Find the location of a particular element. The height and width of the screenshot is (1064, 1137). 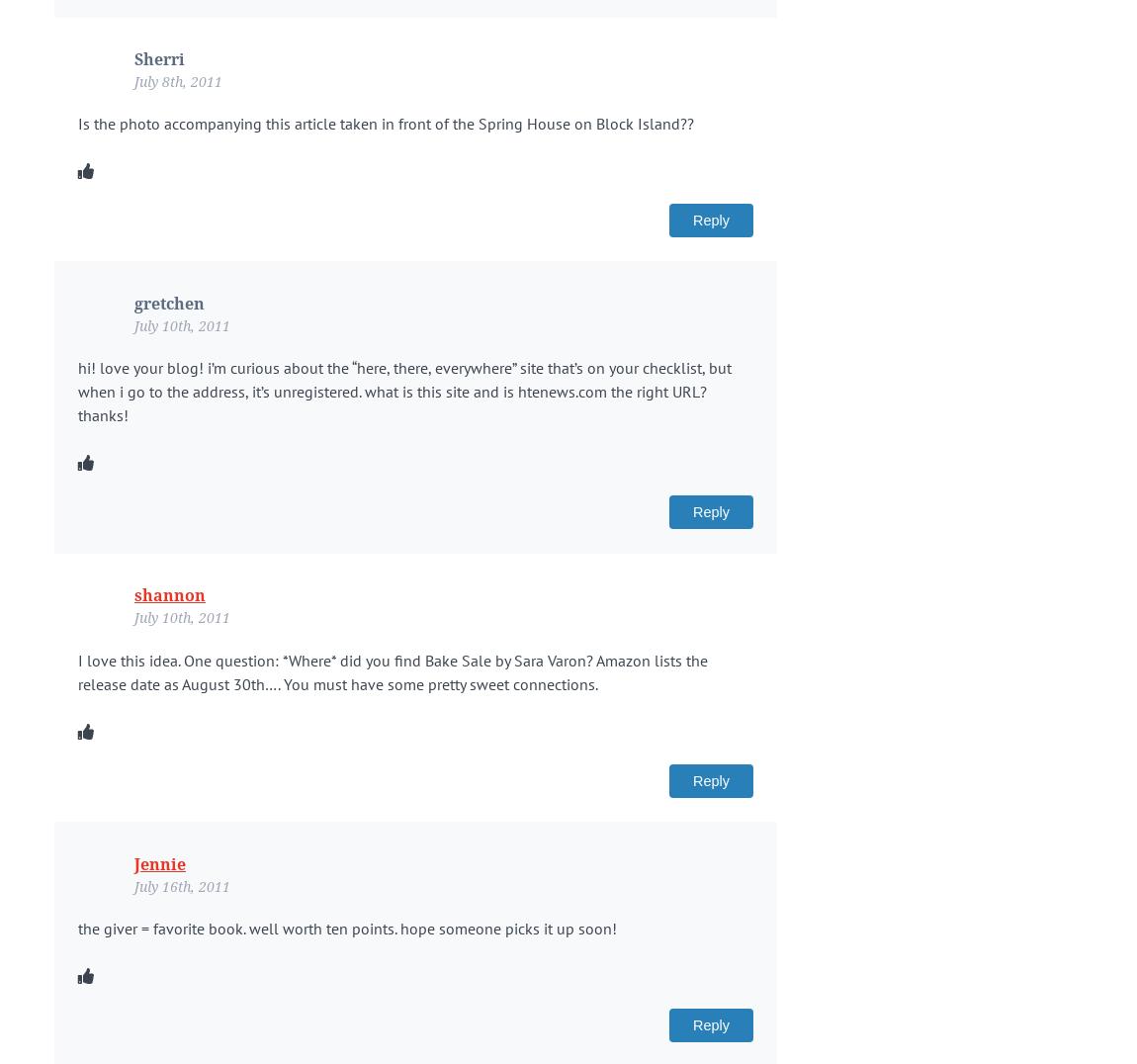

'July 8th, 2011' is located at coordinates (177, 80).